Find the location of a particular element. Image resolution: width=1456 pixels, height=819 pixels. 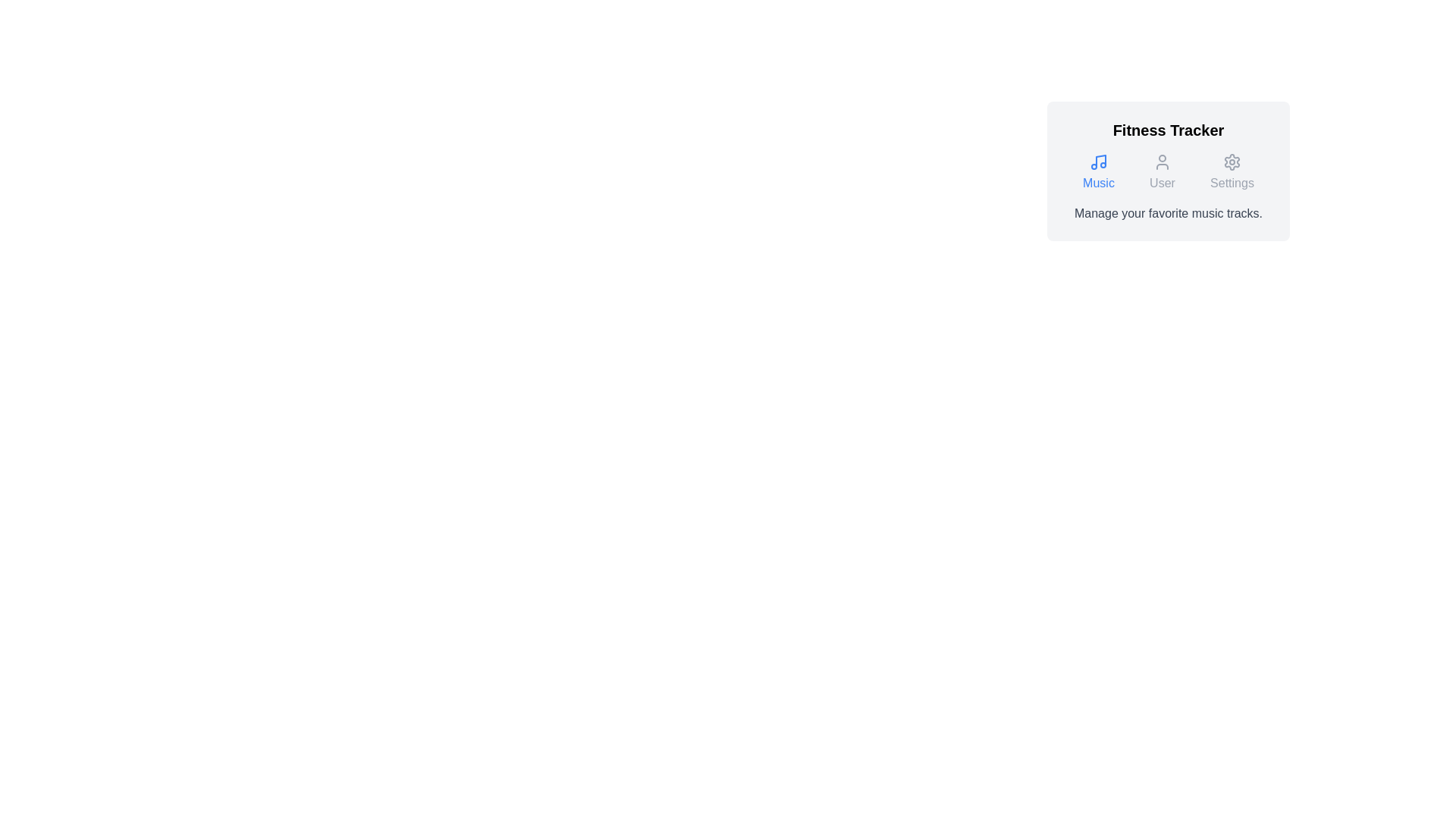

the 'Settings' button located at the rightmost position among the three options ('Music', 'User', 'Settings') under the 'Fitness Tracker' title is located at coordinates (1232, 171).